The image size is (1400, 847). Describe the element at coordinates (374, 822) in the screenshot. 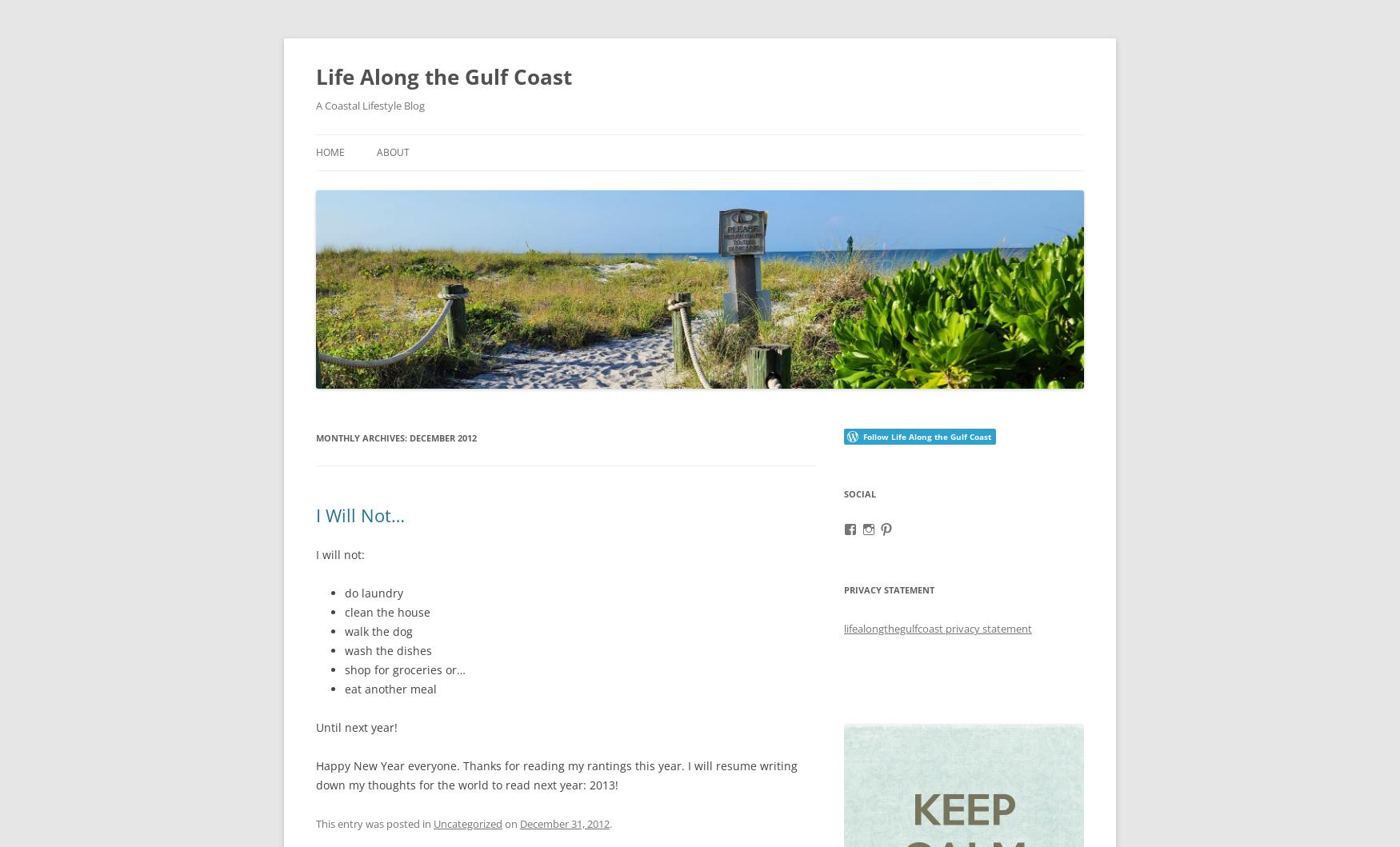

I see `'This entry was posted in'` at that location.